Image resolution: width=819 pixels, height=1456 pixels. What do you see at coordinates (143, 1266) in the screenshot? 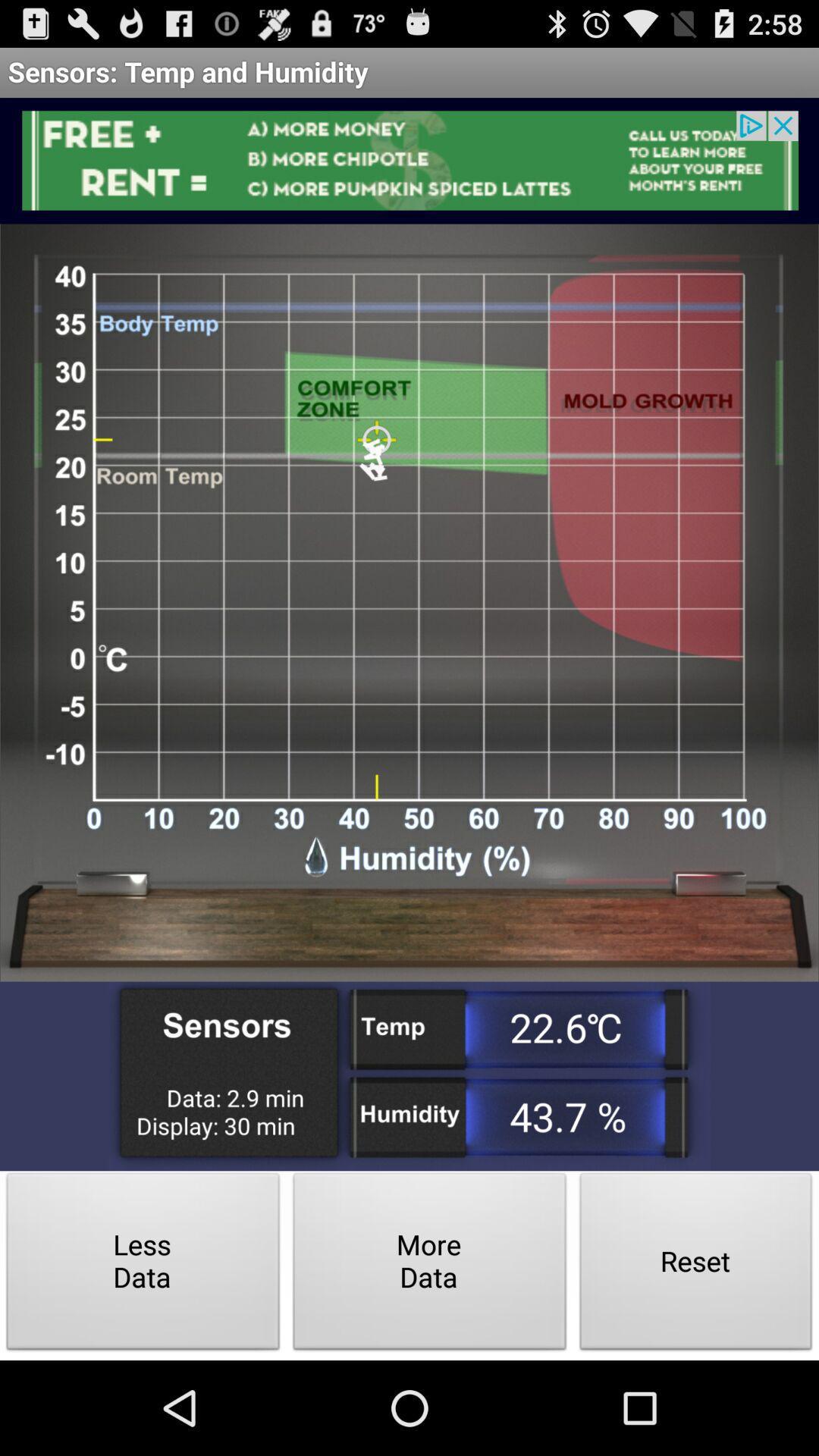
I see `button at the bottom left corner` at bounding box center [143, 1266].